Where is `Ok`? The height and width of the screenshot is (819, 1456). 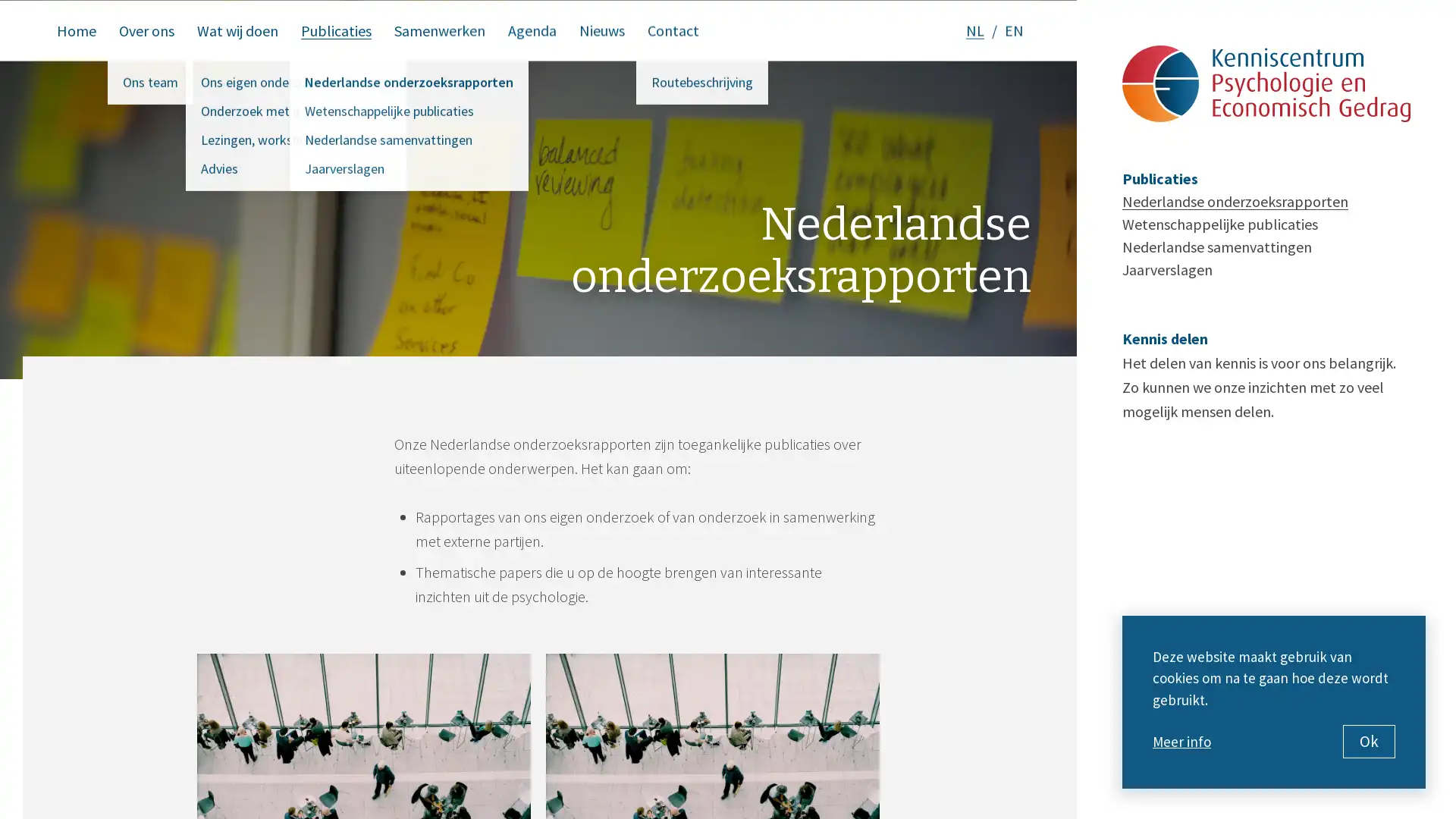 Ok is located at coordinates (1369, 741).